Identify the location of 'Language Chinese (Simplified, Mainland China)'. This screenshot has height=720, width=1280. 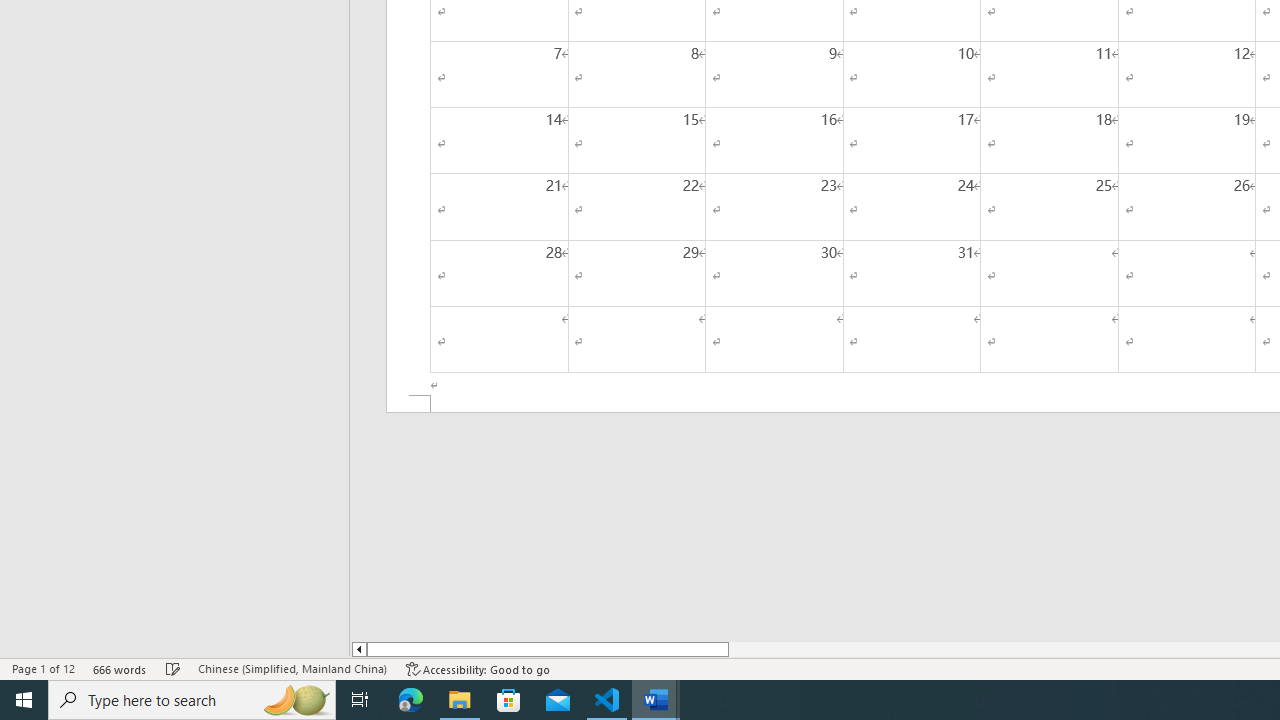
(291, 669).